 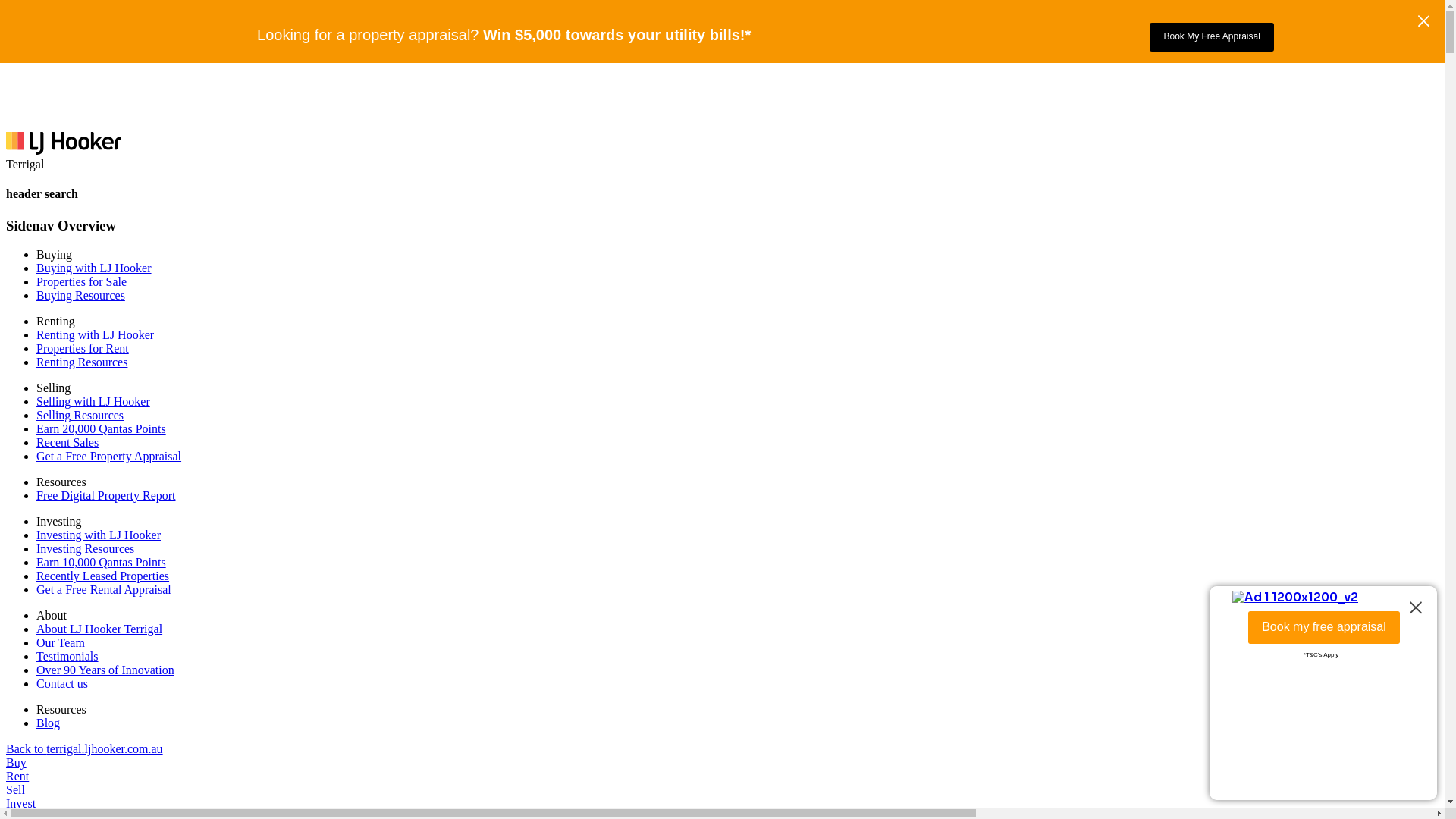 I want to click on 'Get a Free Property Appraisal', so click(x=108, y=455).